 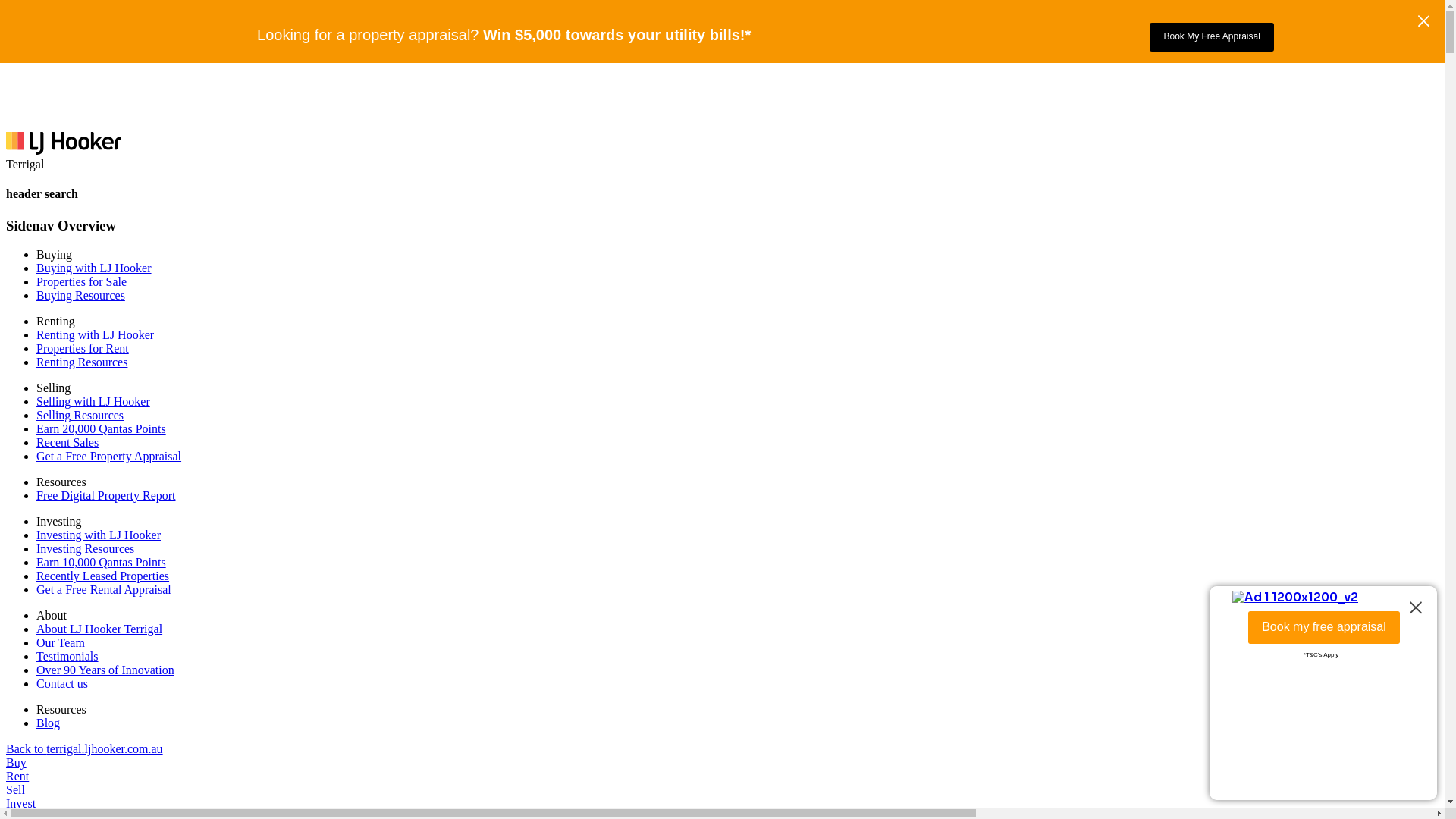 I want to click on 'Get a Free Property Appraisal', so click(x=108, y=455).